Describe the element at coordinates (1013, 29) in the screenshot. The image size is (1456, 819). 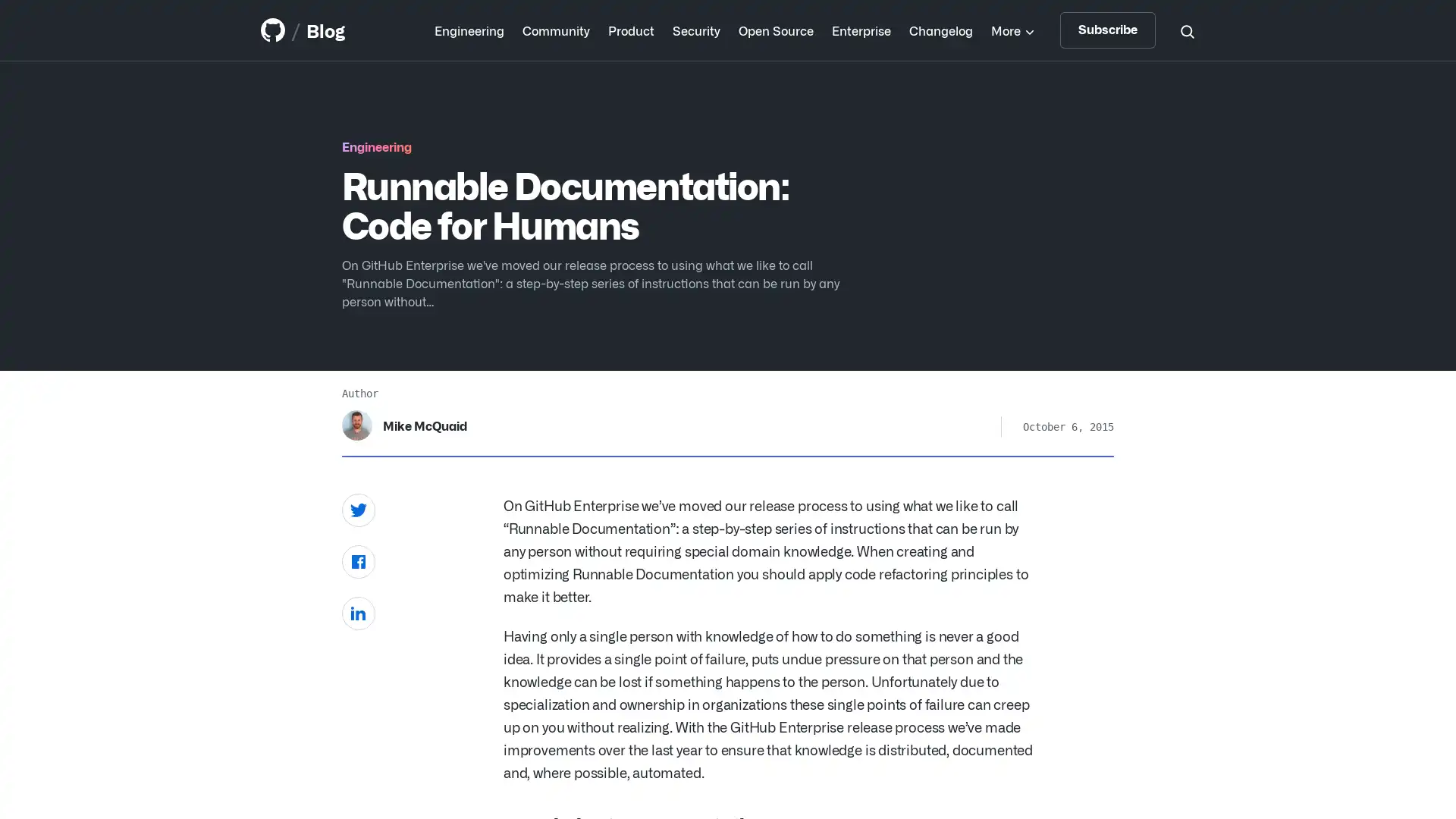
I see `More` at that location.